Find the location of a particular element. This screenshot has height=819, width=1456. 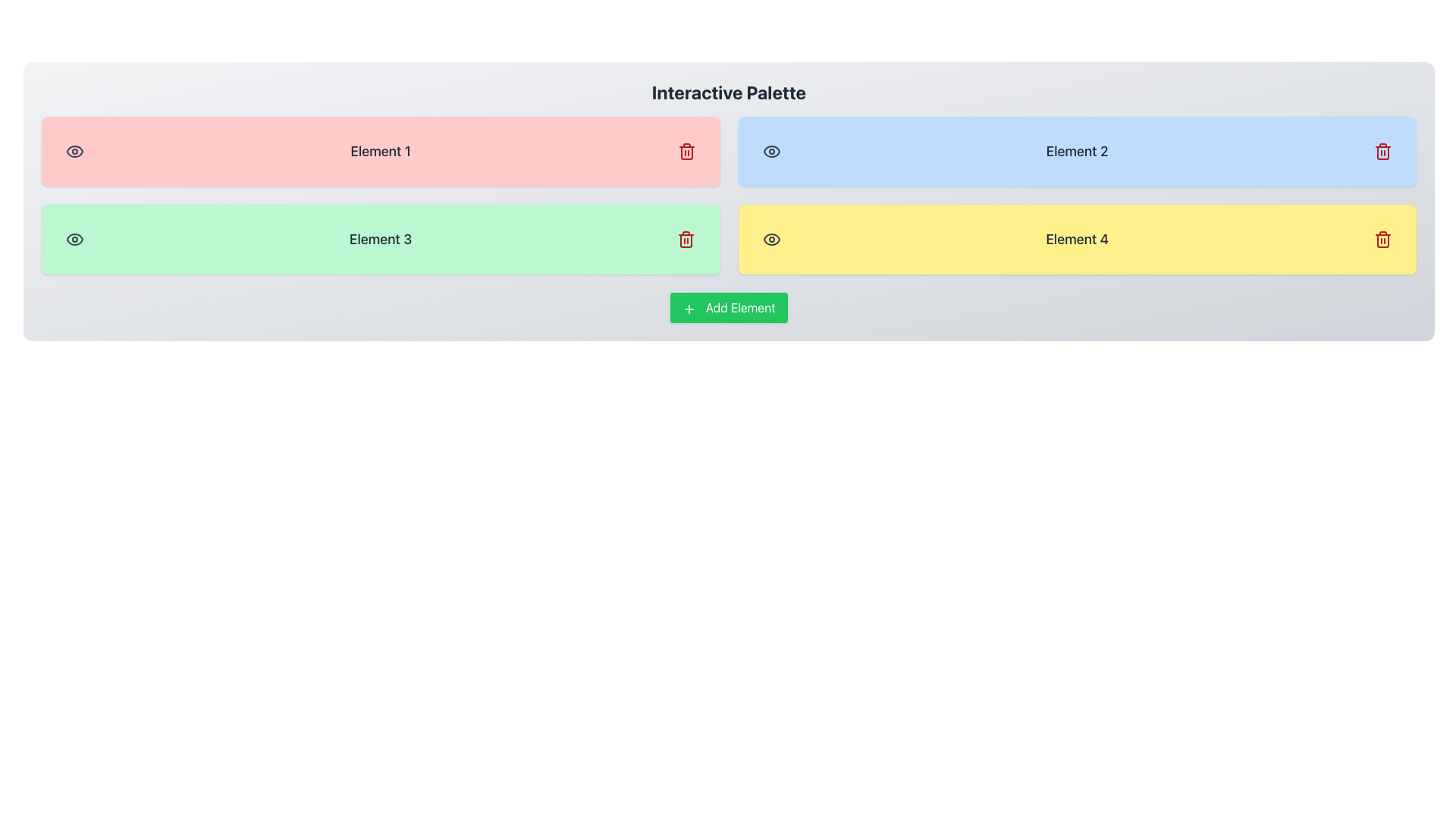

the deletion button located at the right side of the light green block labeled 'Element 3' is located at coordinates (686, 239).